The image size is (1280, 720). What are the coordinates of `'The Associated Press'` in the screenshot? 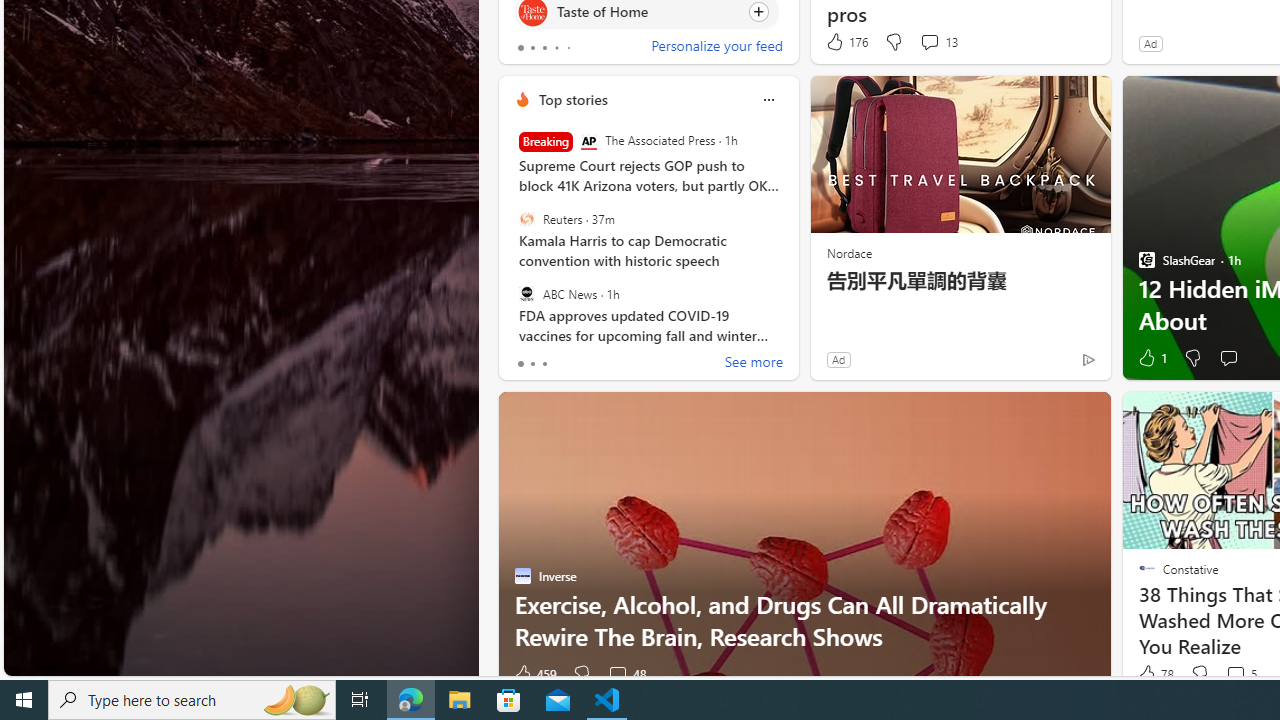 It's located at (587, 141).